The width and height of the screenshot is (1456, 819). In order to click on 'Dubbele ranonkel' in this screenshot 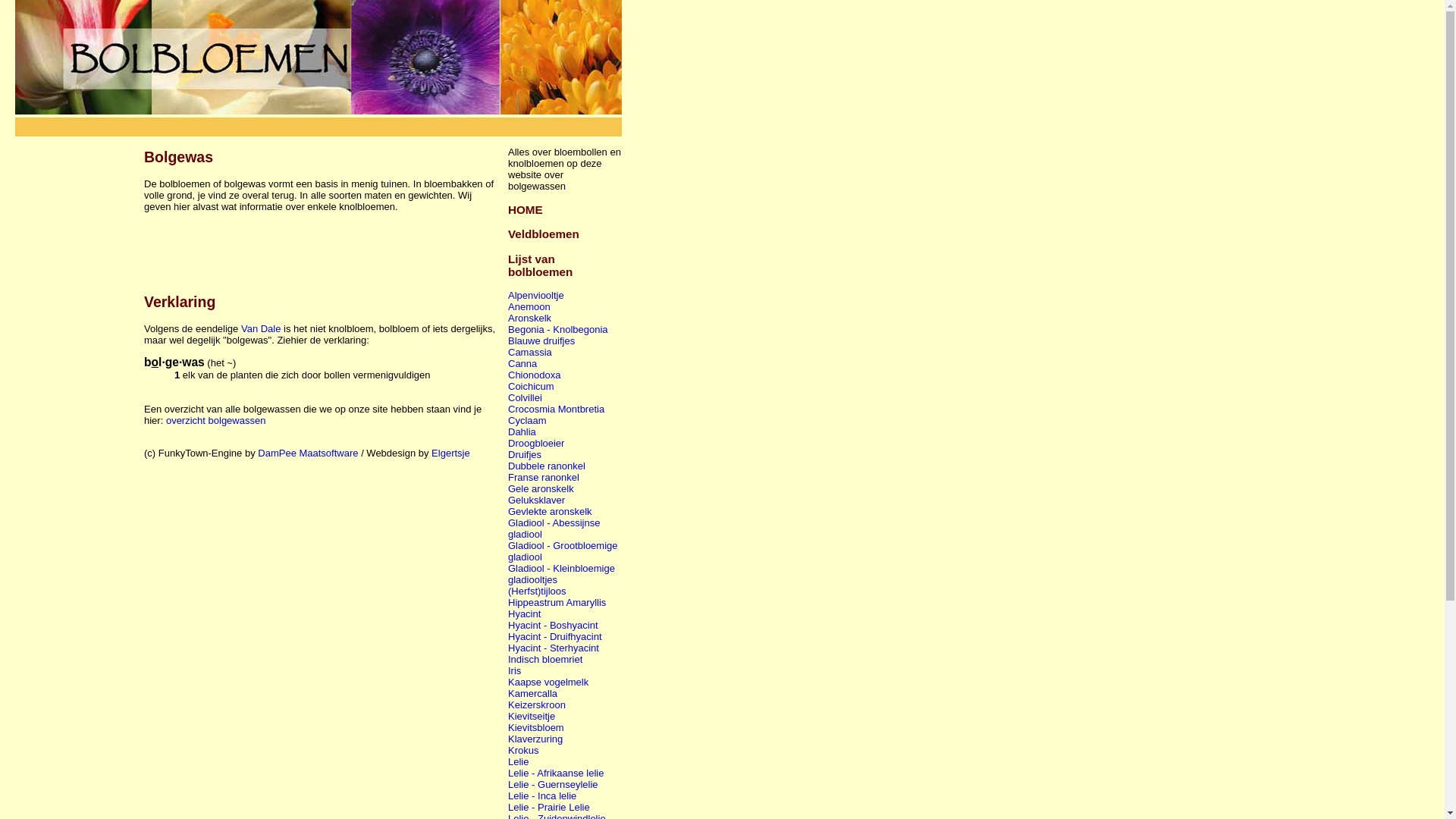, I will do `click(546, 465)`.